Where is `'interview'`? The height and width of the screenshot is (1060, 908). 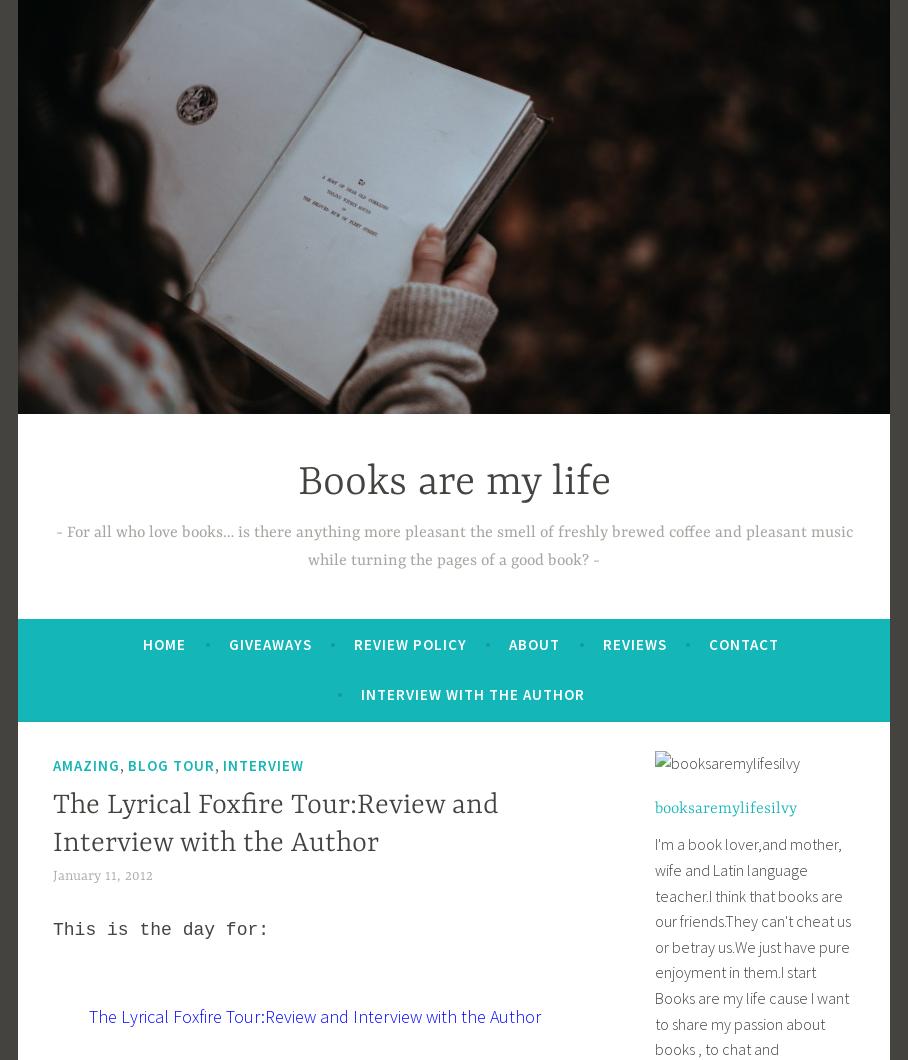
'interview' is located at coordinates (262, 764).